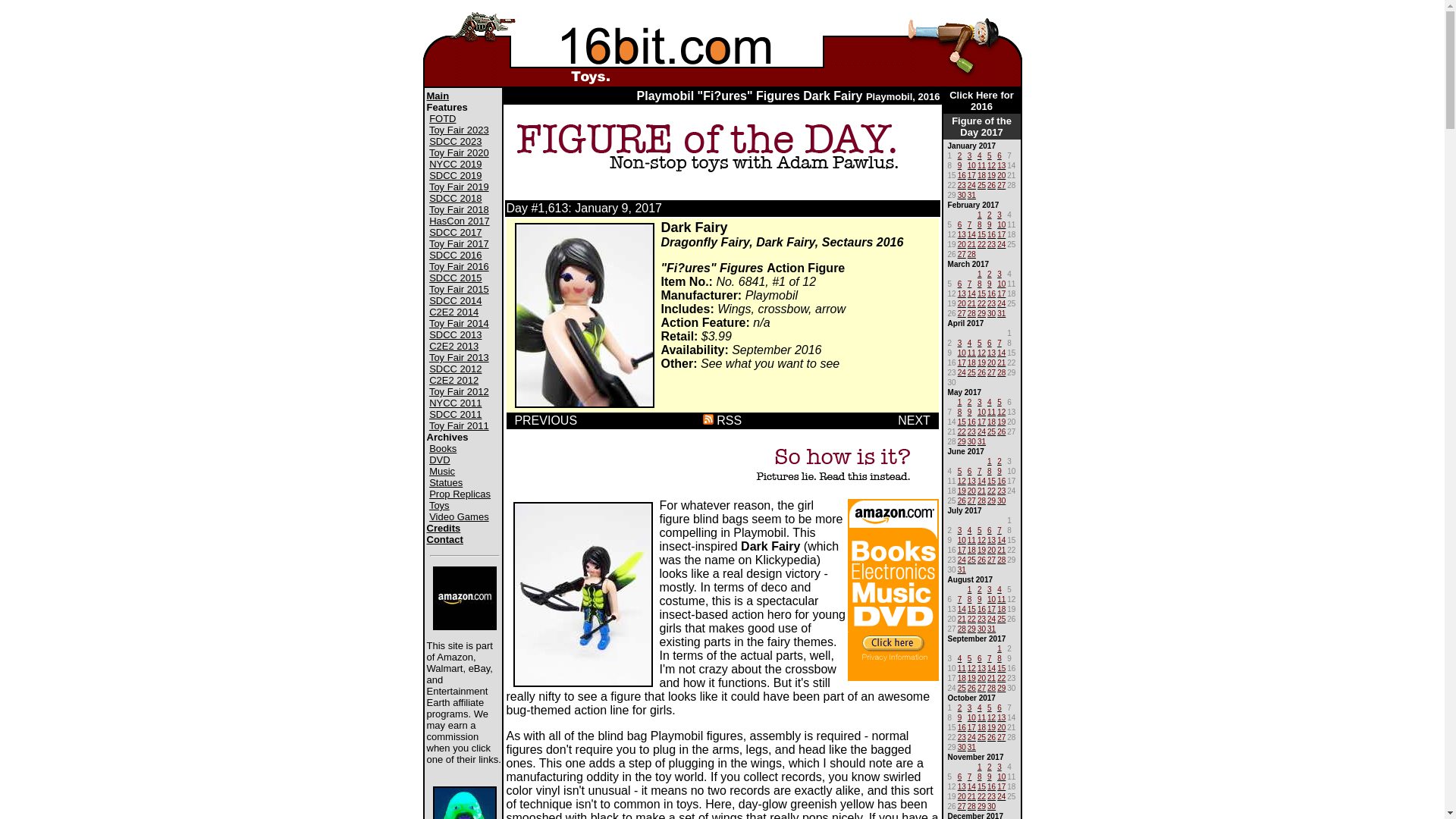 This screenshot has width=1456, height=819. What do you see at coordinates (961, 183) in the screenshot?
I see `'23'` at bounding box center [961, 183].